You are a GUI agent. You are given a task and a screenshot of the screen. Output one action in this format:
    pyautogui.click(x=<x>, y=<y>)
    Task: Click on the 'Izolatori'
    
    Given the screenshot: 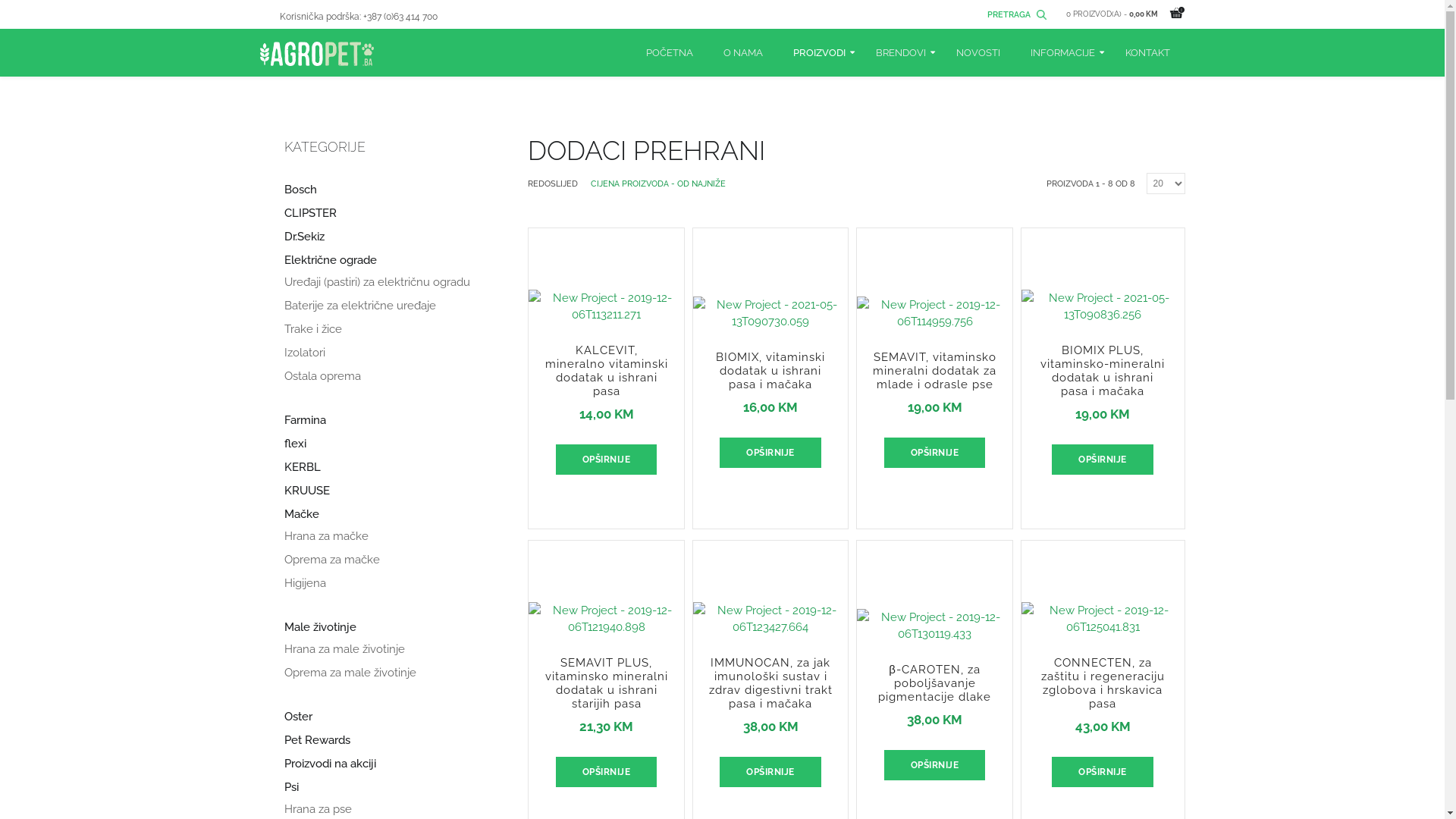 What is the action you would take?
    pyautogui.click(x=303, y=353)
    